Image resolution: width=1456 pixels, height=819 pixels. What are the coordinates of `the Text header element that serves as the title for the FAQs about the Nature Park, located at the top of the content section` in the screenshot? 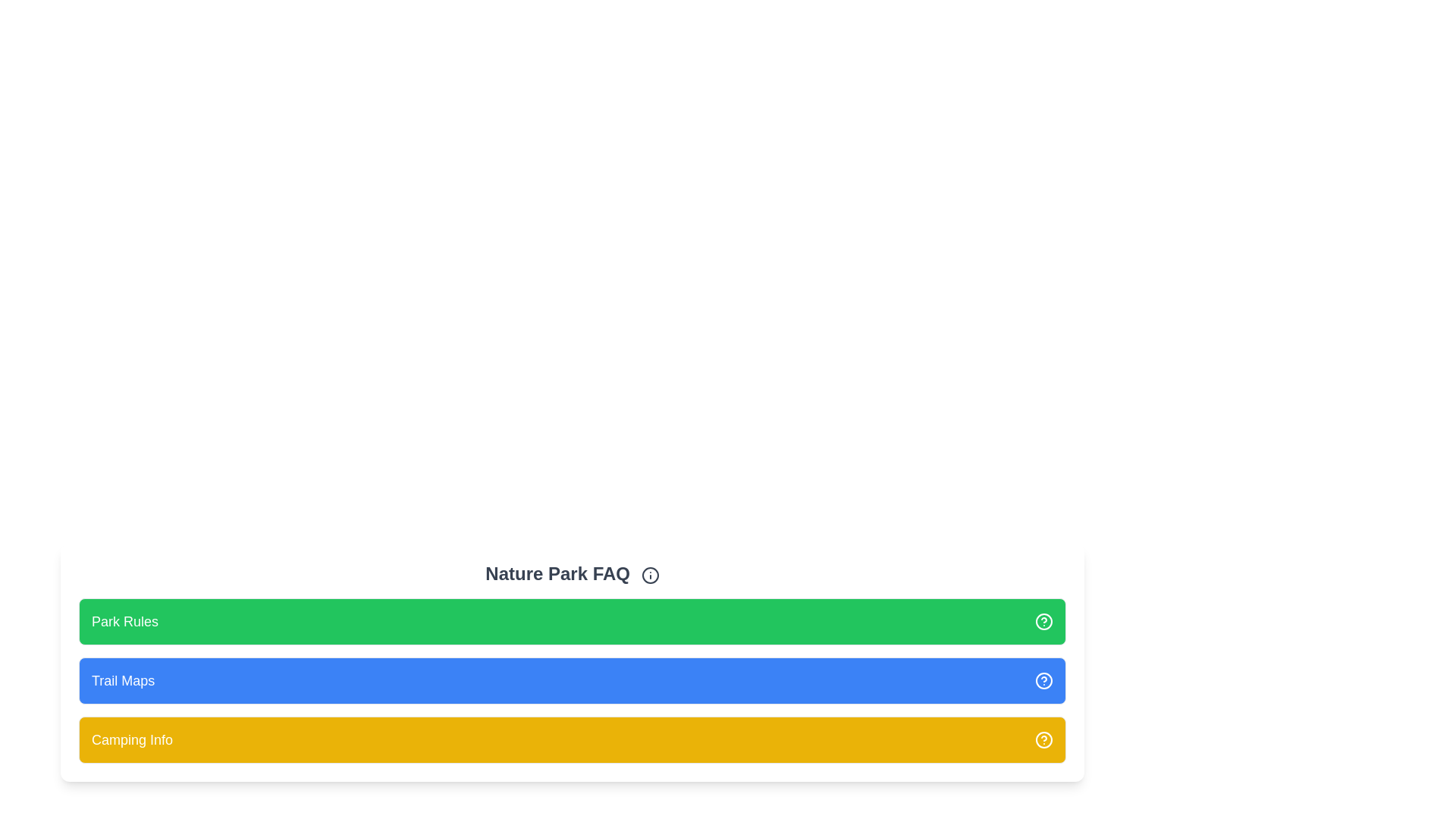 It's located at (571, 573).